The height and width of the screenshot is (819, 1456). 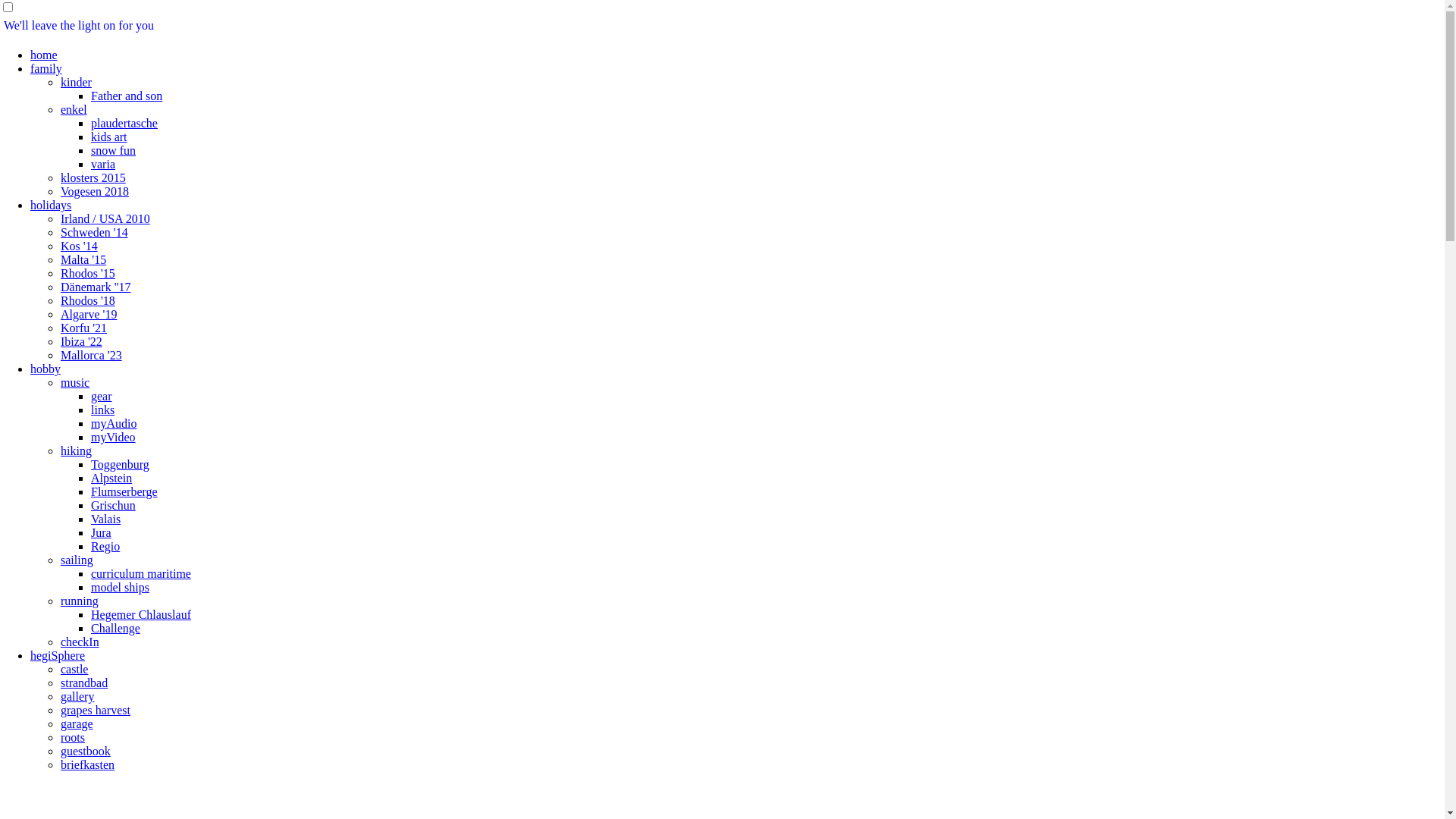 I want to click on 'kids art', so click(x=108, y=136).